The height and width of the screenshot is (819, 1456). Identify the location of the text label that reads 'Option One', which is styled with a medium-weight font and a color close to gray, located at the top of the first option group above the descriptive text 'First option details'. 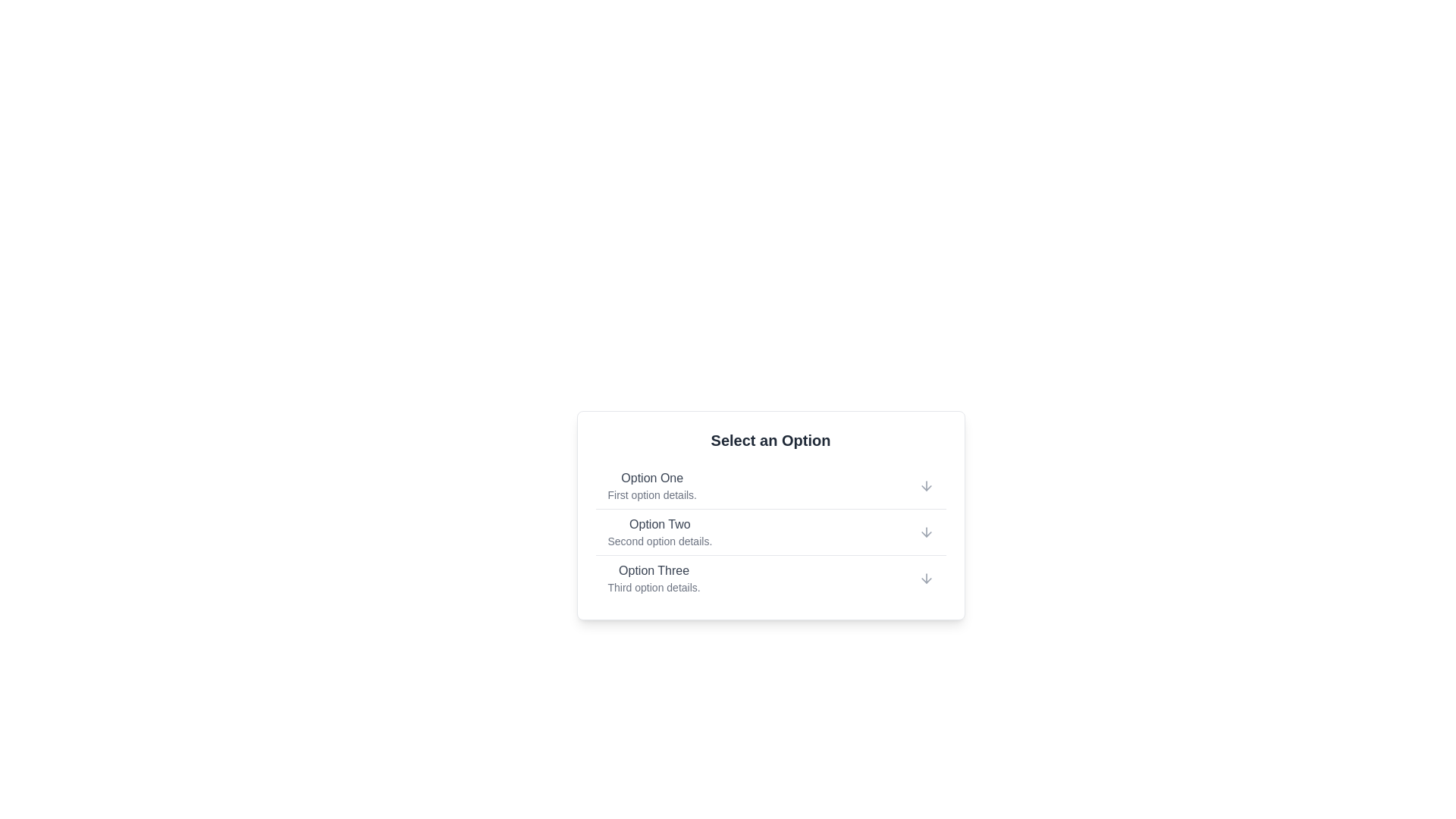
(652, 479).